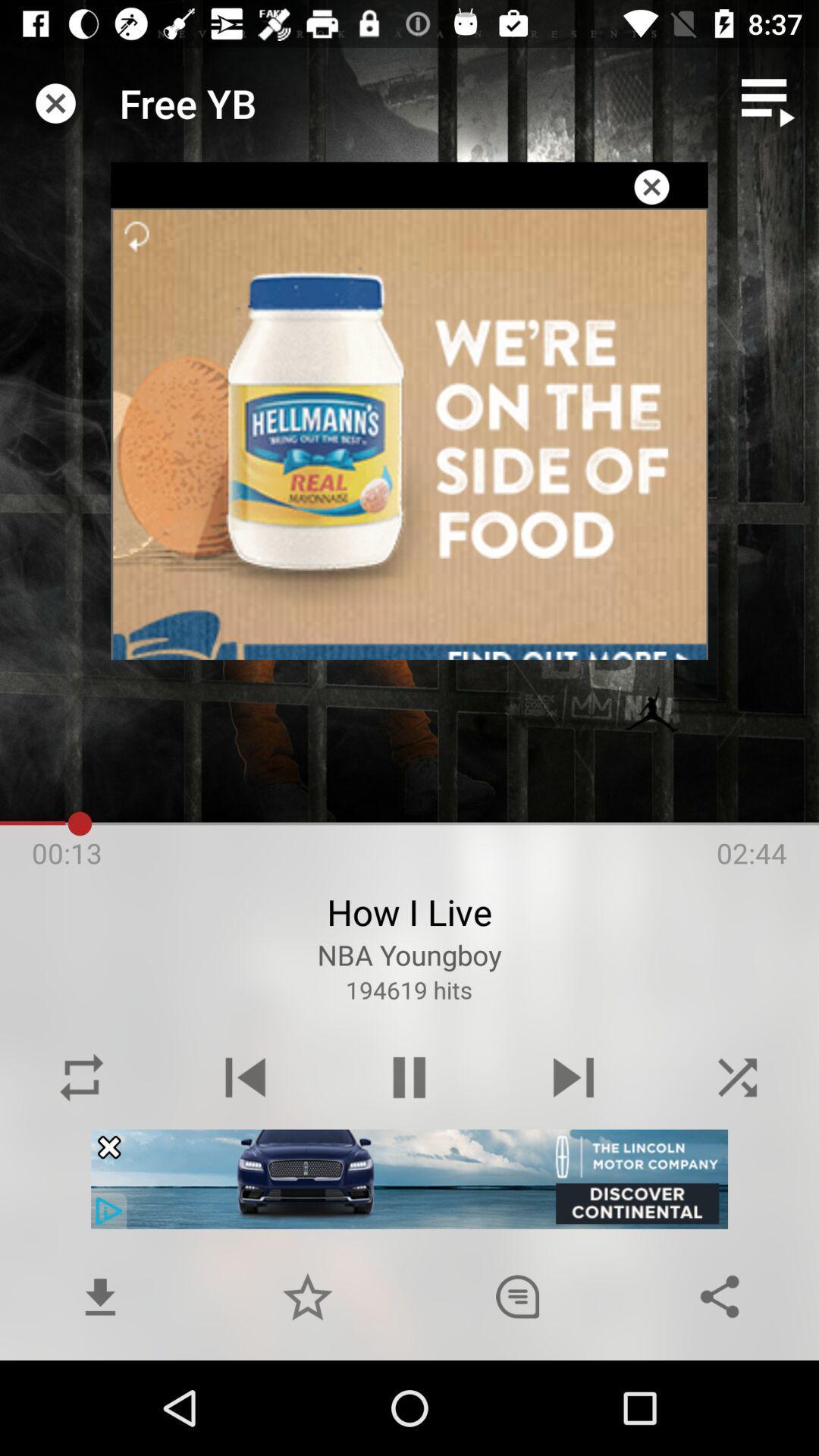  What do you see at coordinates (82, 1077) in the screenshot?
I see `the repeat icon` at bounding box center [82, 1077].